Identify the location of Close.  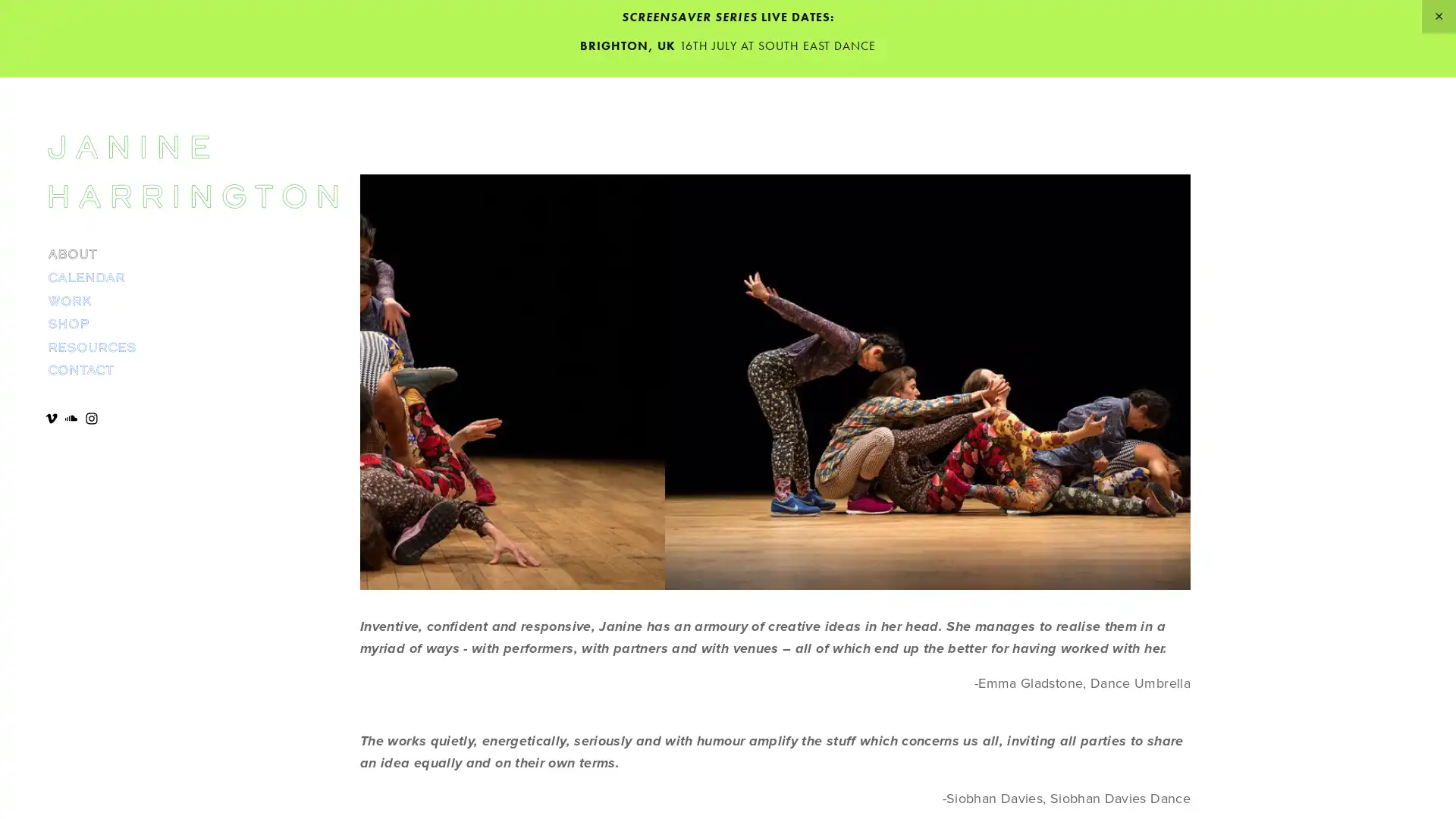
(1379, 451).